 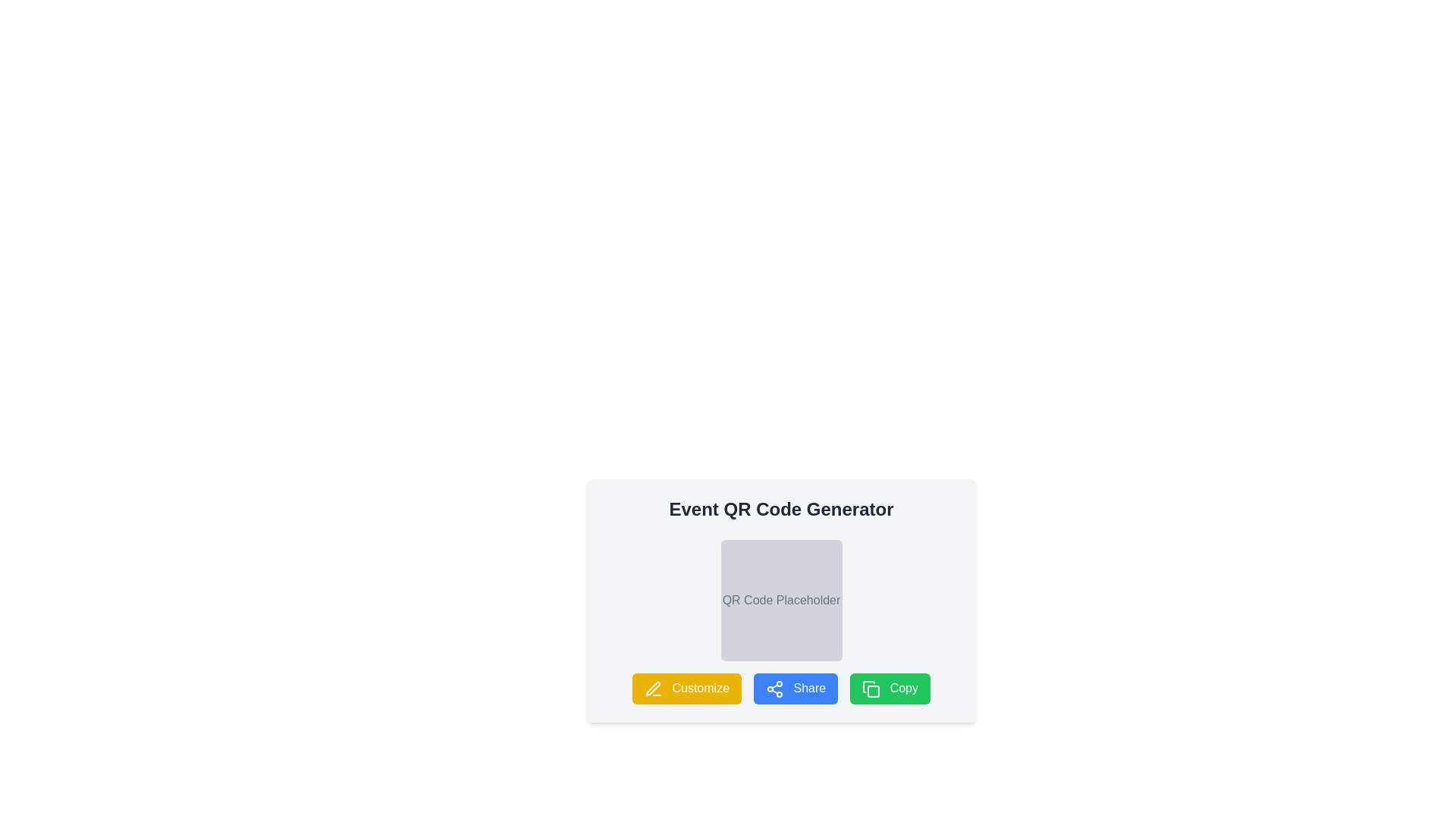 I want to click on the 'Customize' button, which features a pen icon on a yellow background, so click(x=654, y=689).